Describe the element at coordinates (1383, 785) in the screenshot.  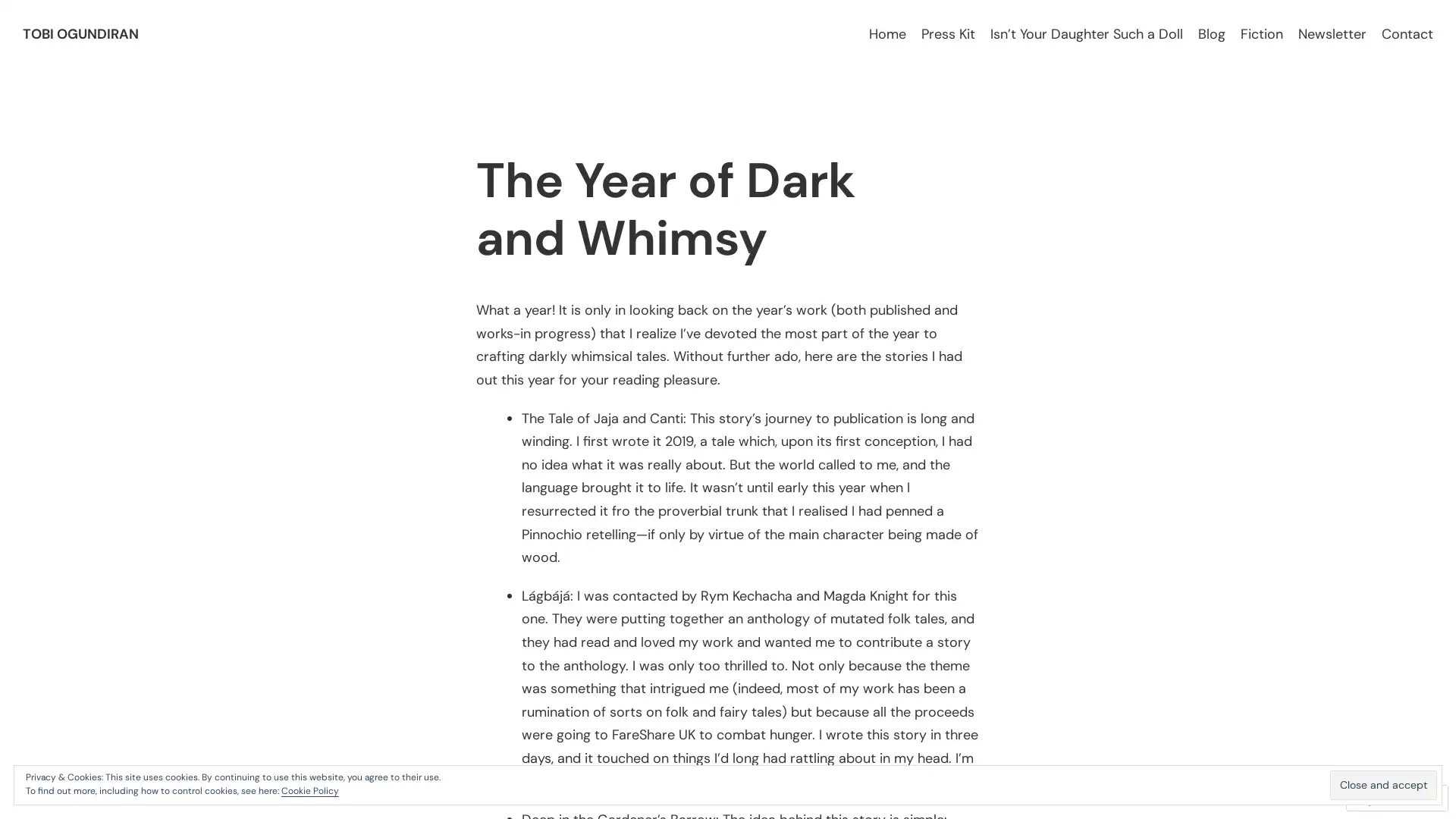
I see `Close and accept` at that location.